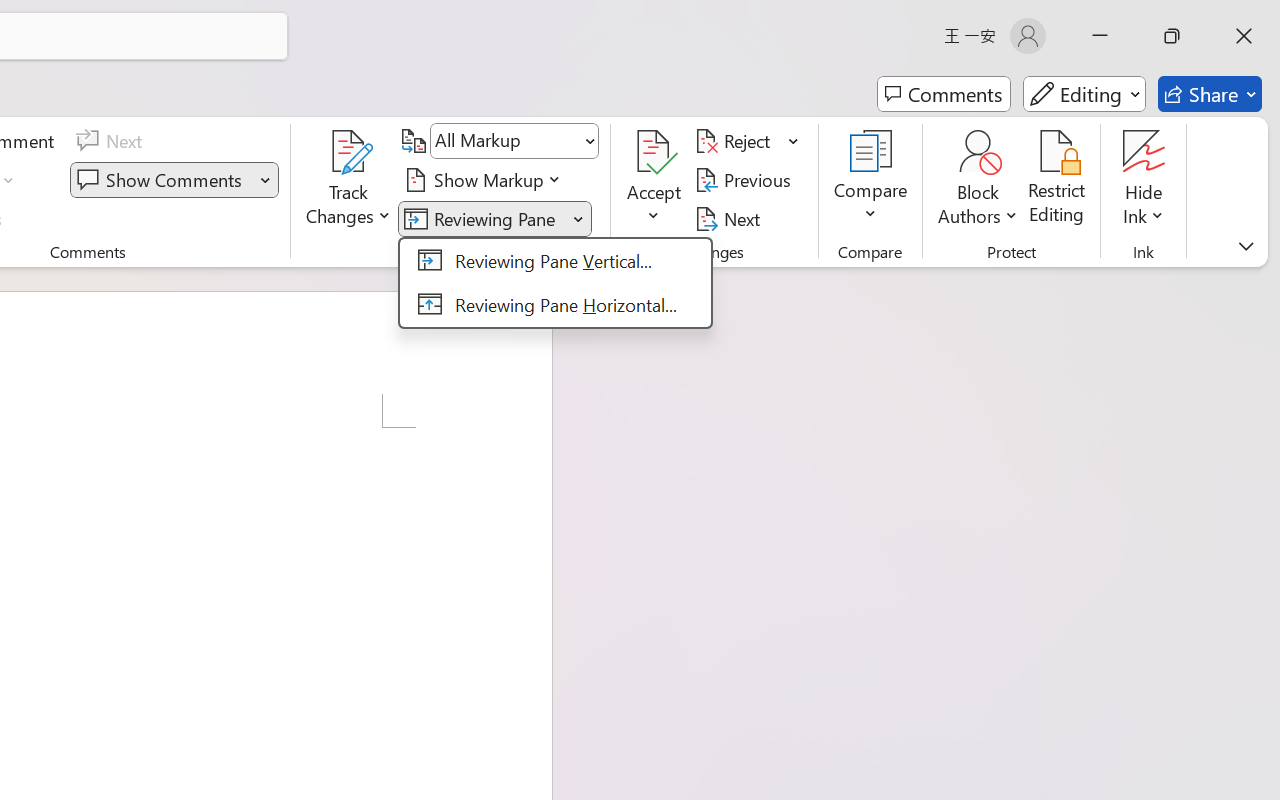 The image size is (1280, 800). What do you see at coordinates (746, 141) in the screenshot?
I see `'Reject'` at bounding box center [746, 141].